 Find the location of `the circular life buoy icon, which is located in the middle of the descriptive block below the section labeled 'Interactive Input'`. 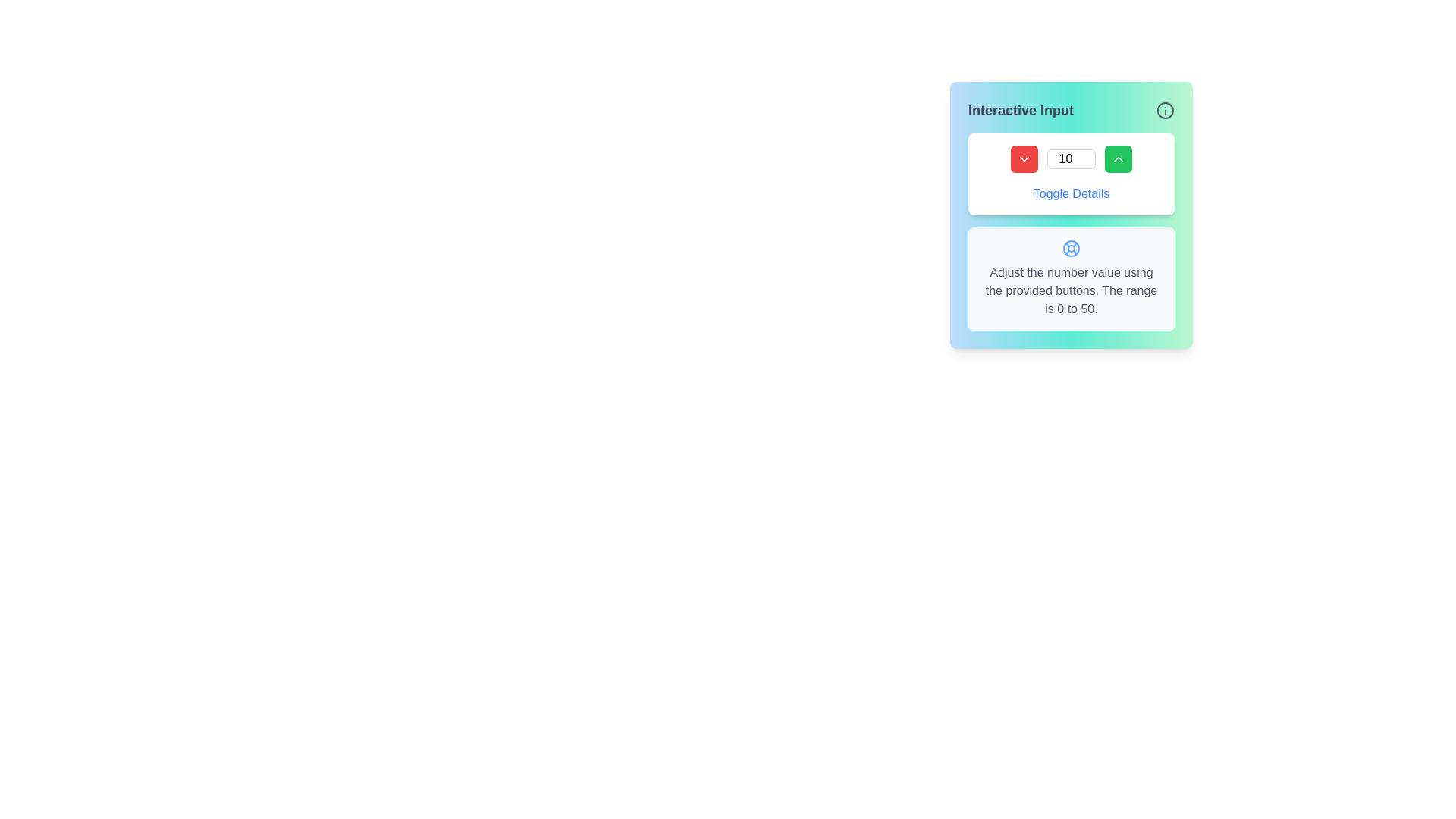

the circular life buoy icon, which is located in the middle of the descriptive block below the section labeled 'Interactive Input' is located at coordinates (1070, 247).